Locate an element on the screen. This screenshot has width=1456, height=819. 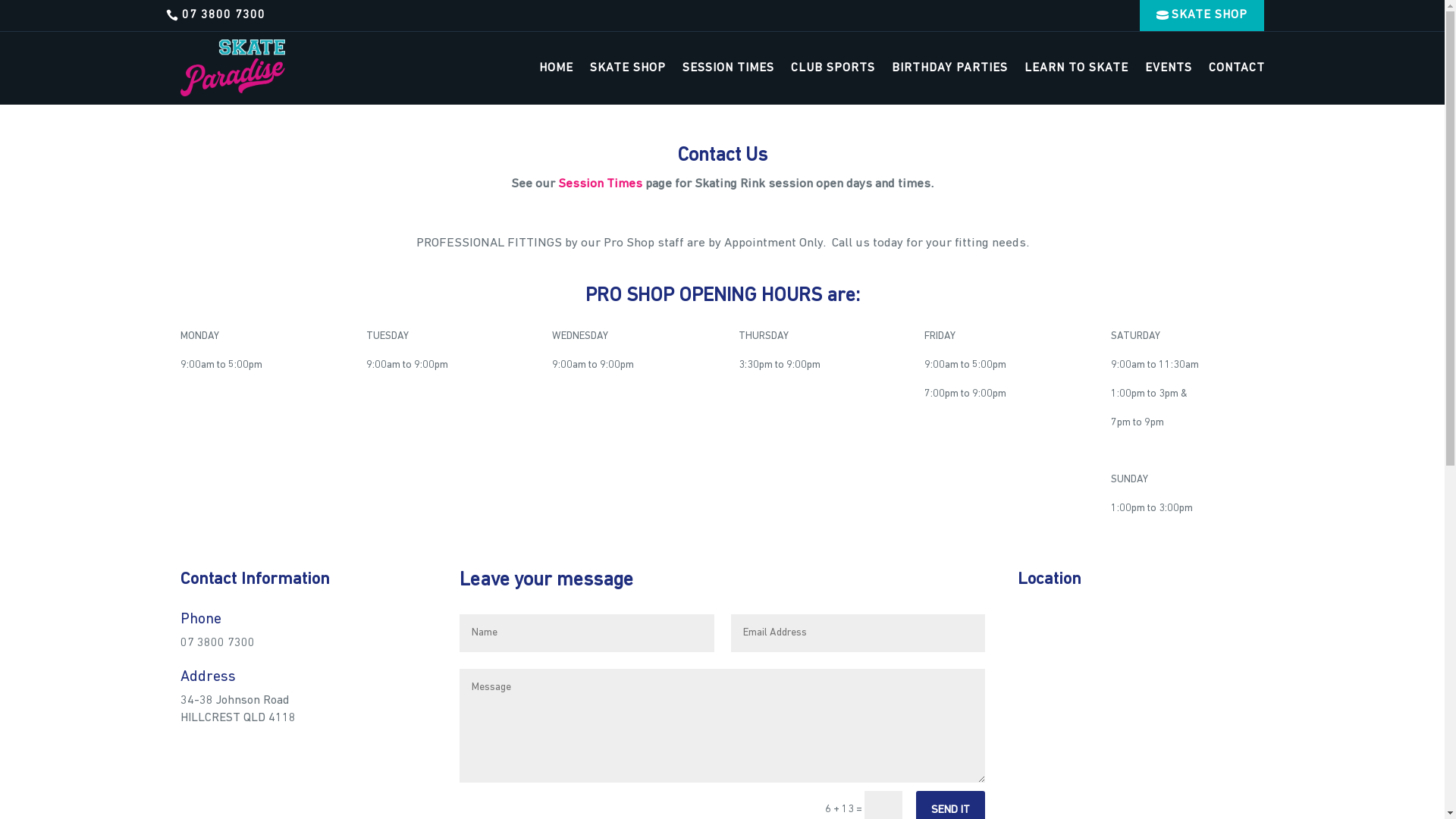
'CONTACT' is located at coordinates (1237, 67).